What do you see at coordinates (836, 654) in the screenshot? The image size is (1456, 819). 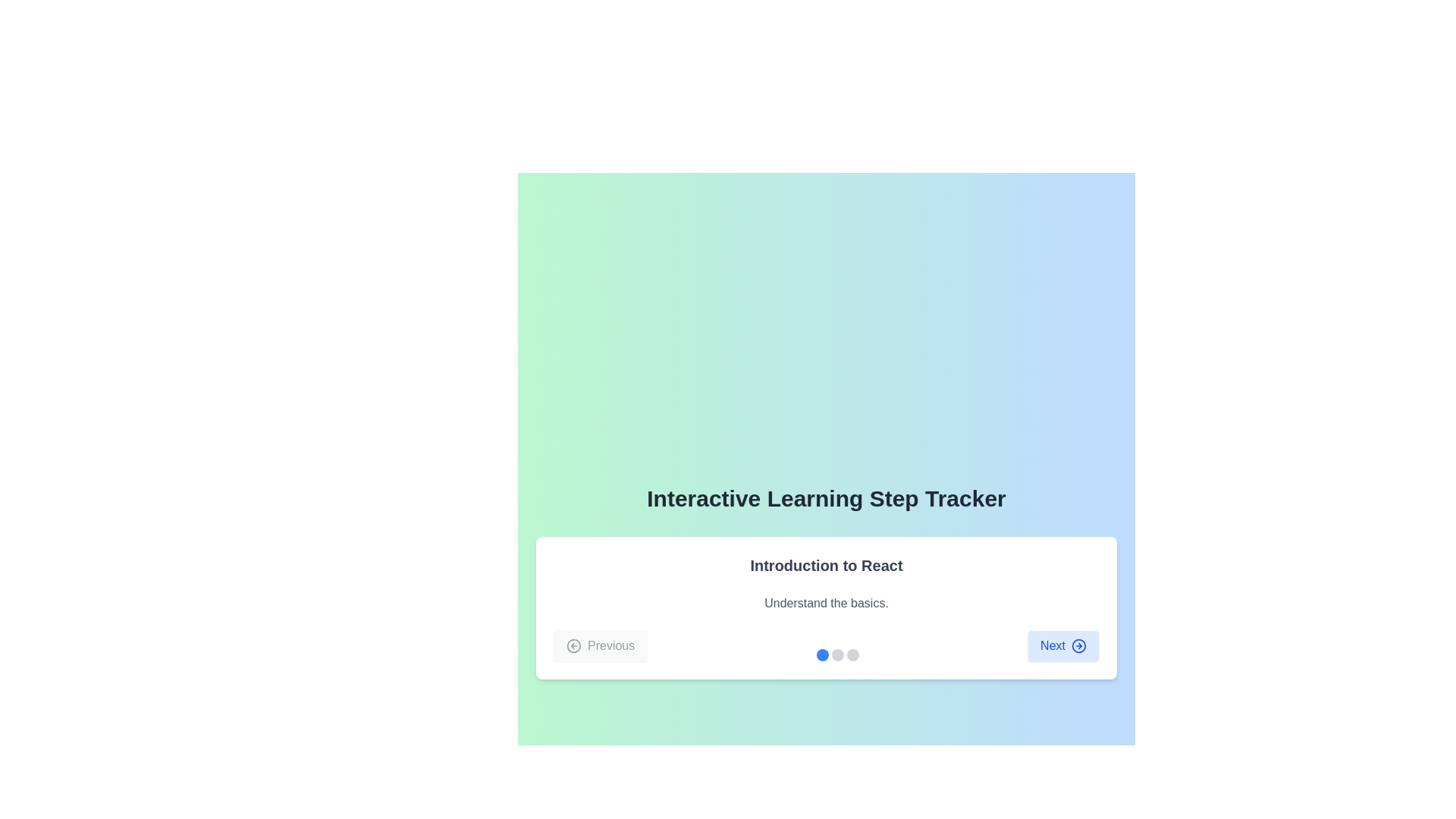 I see `the second circle in the series of three horizontally arranged circles that serve as a progress indicator at the center-bottom area of the card-like structure` at bounding box center [836, 654].